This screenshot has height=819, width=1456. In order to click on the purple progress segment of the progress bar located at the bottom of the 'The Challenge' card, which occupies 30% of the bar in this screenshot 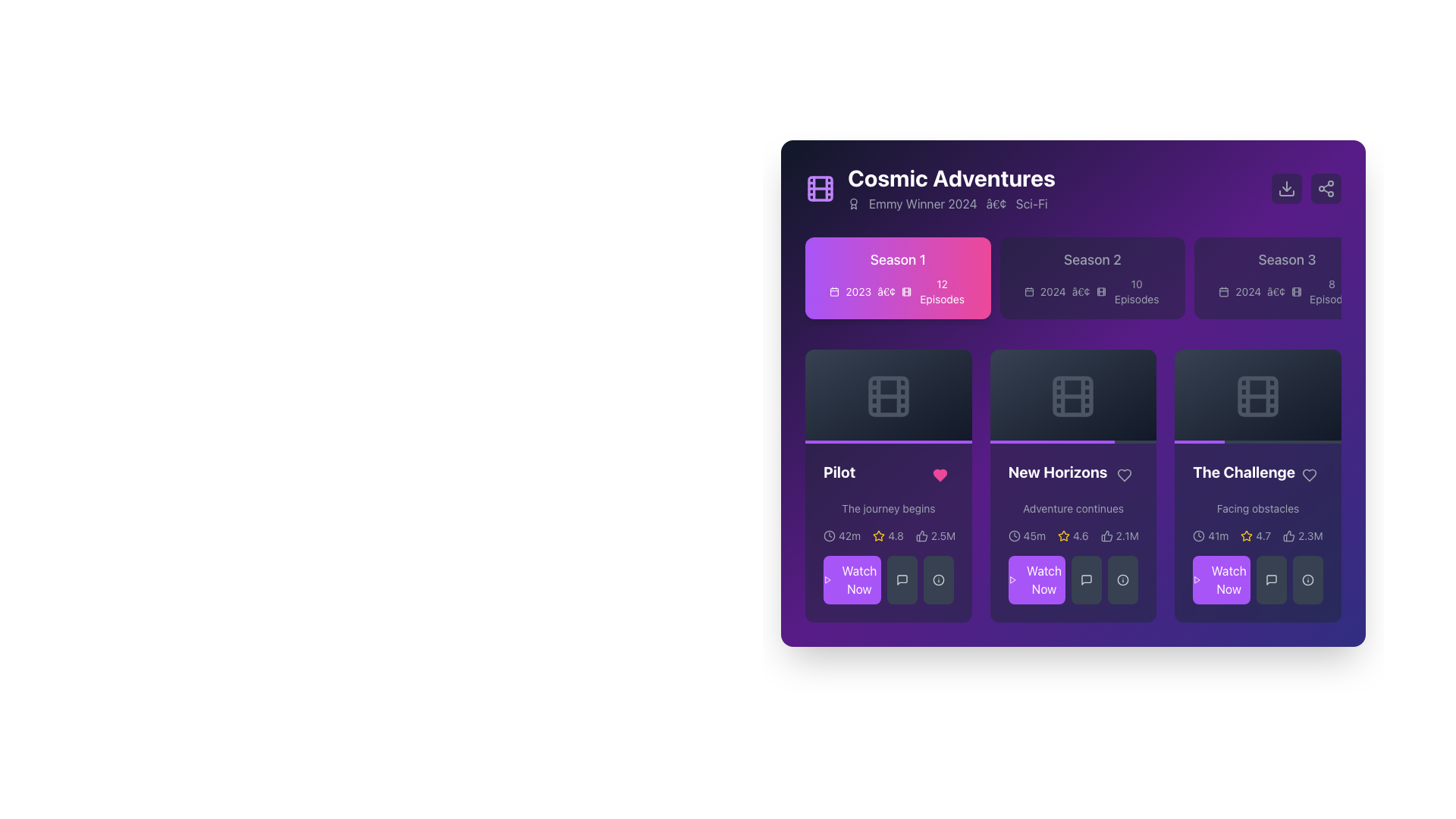, I will do `click(1199, 441)`.